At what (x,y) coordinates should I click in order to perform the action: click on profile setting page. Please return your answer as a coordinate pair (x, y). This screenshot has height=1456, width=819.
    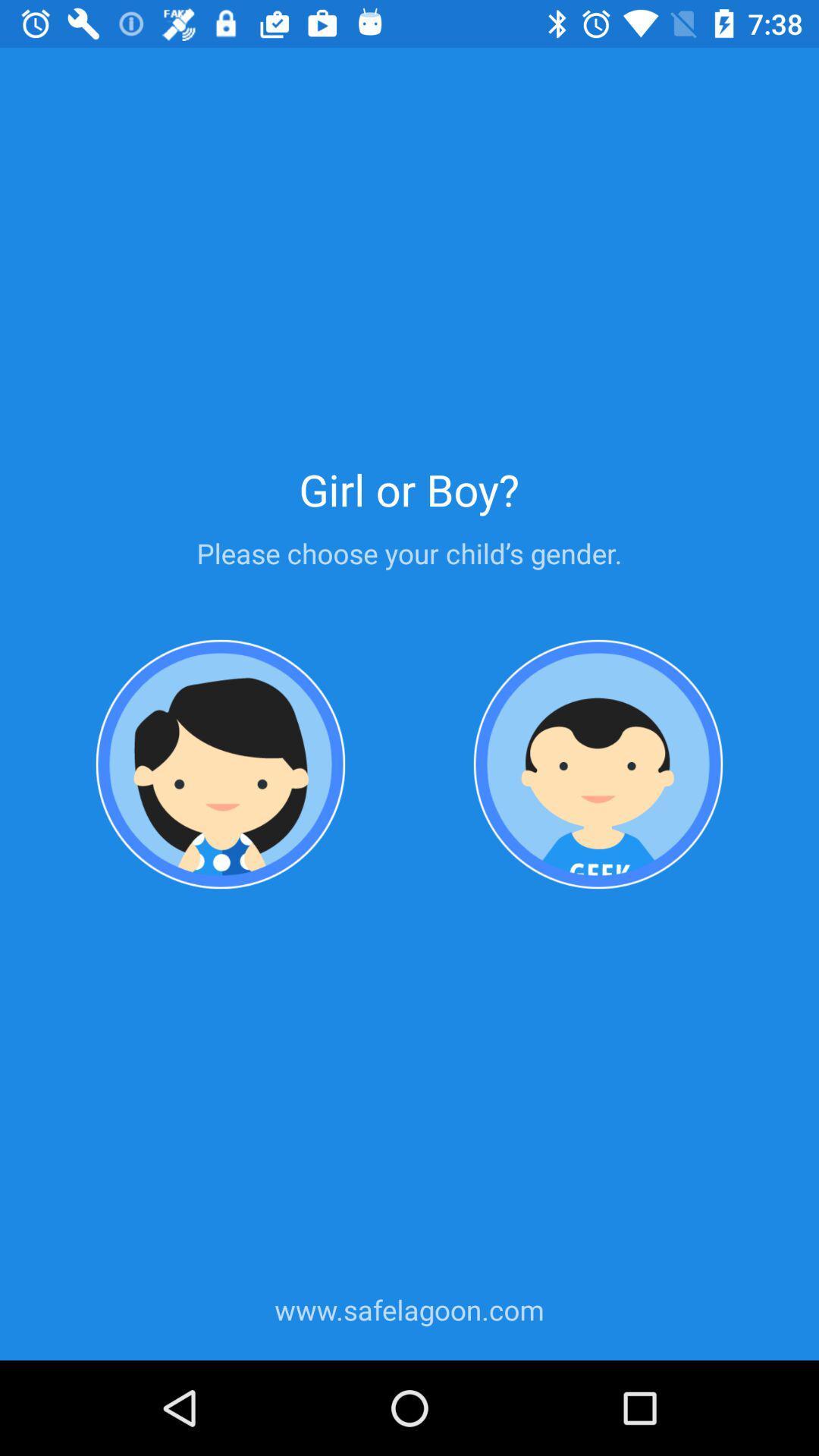
    Looking at the image, I should click on (598, 765).